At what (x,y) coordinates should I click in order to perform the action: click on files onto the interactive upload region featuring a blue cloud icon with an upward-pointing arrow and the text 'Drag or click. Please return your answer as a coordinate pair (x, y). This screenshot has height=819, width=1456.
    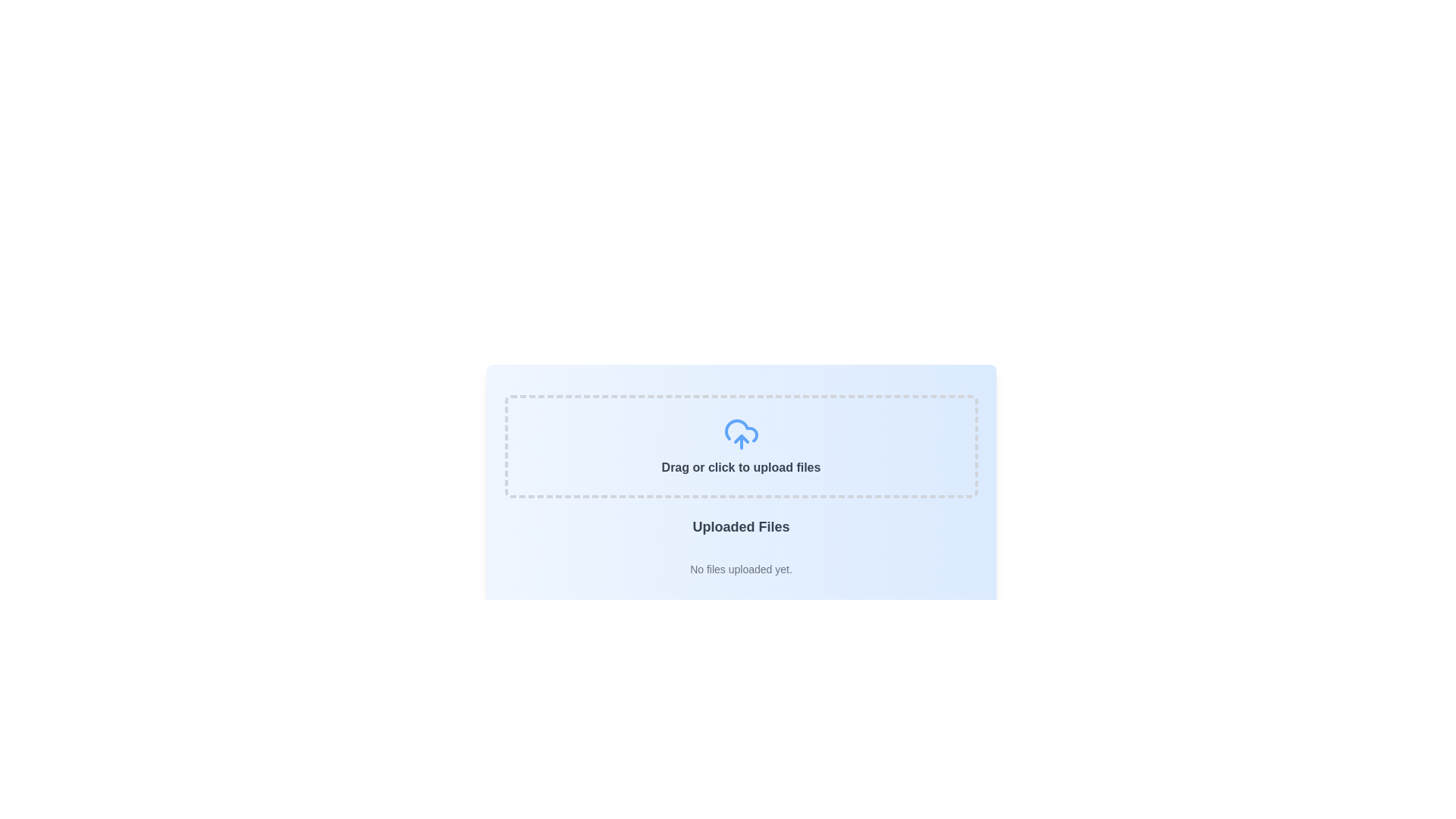
    Looking at the image, I should click on (741, 446).